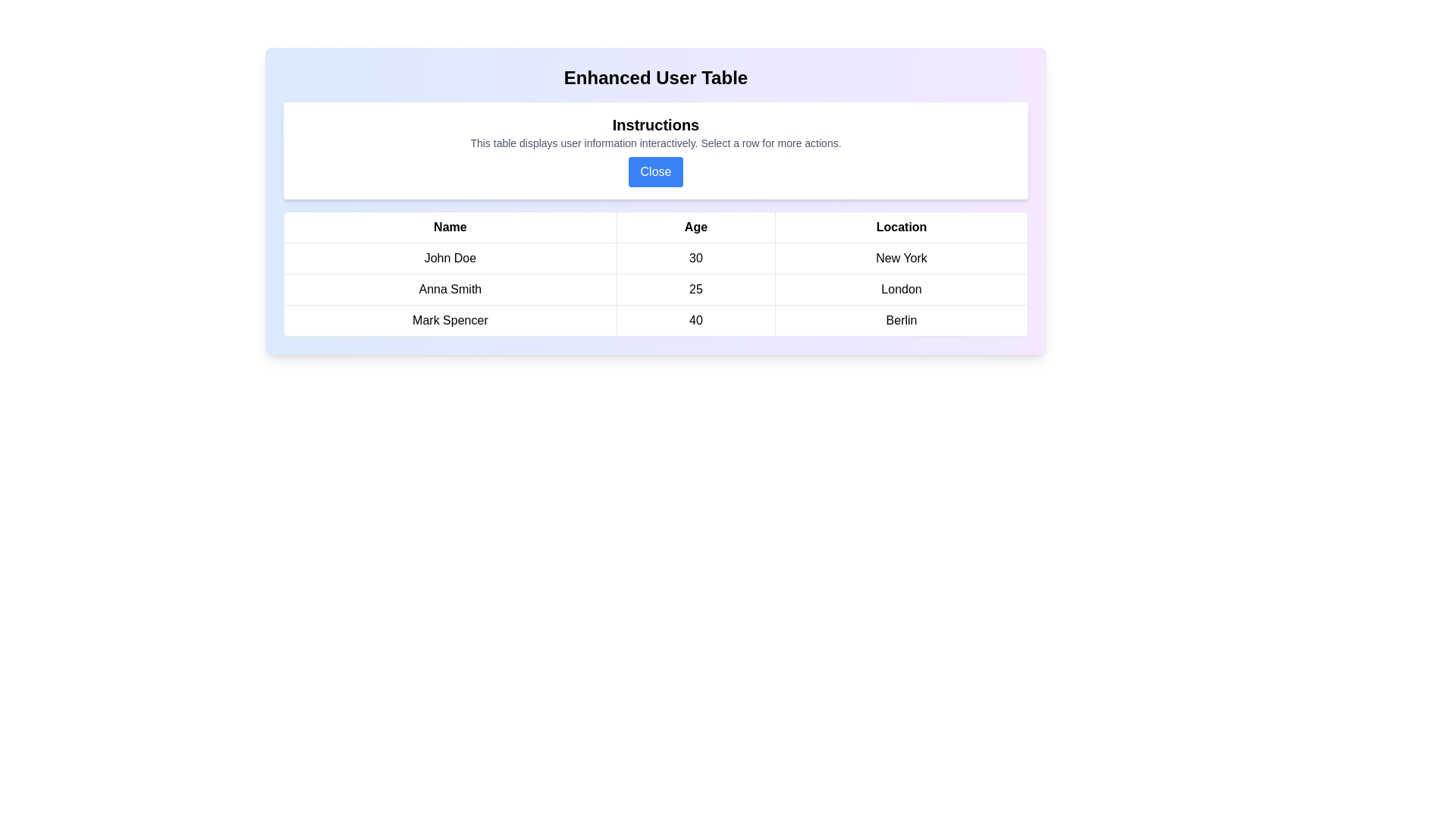  I want to click on the table header labeled 'Location', which is the rightmost column header in a row of three headers ('Name', 'Age', 'Location'), so click(902, 227).